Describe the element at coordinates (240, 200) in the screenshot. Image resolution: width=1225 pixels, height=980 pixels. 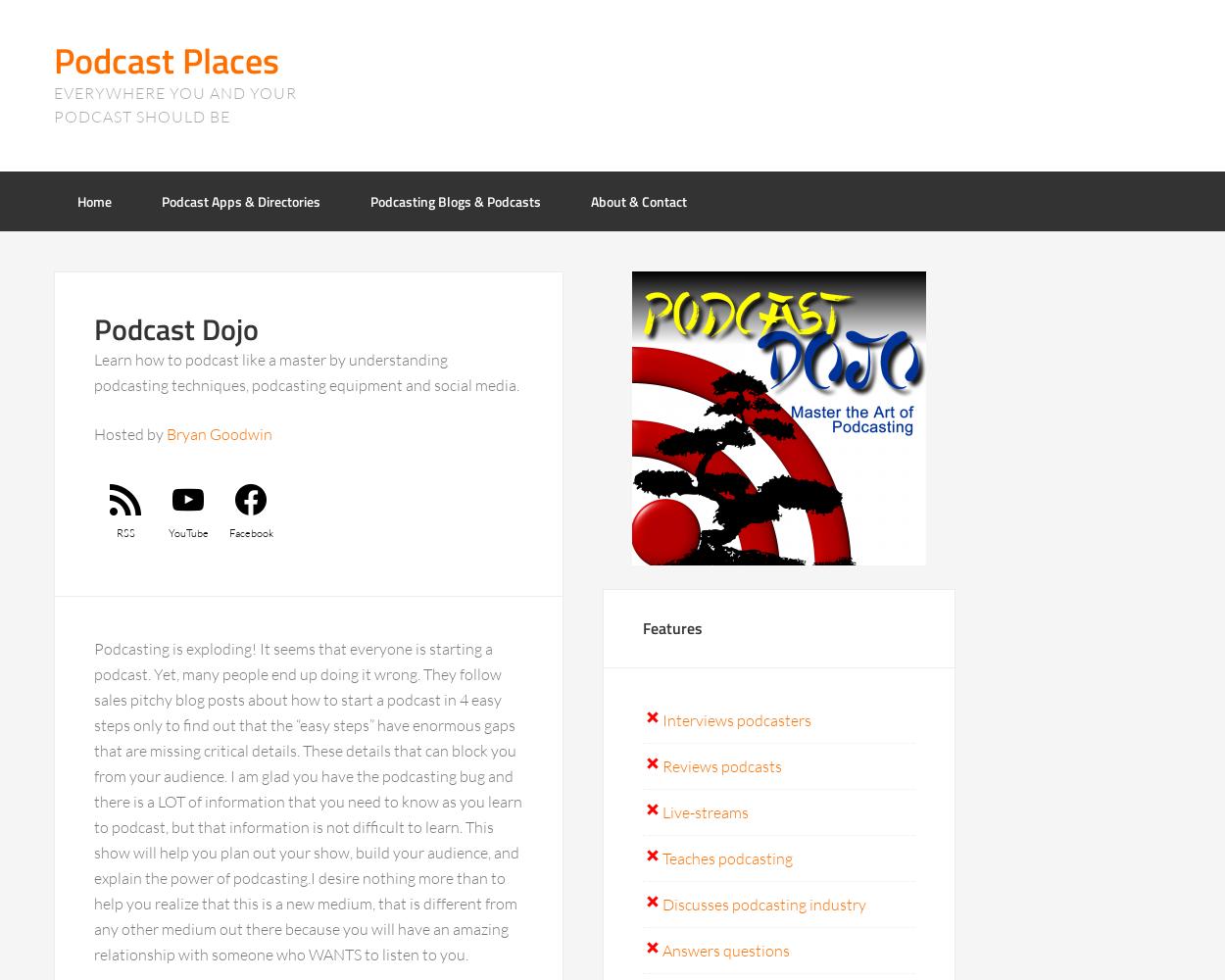
I see `'Podcast Apps & Directories'` at that location.